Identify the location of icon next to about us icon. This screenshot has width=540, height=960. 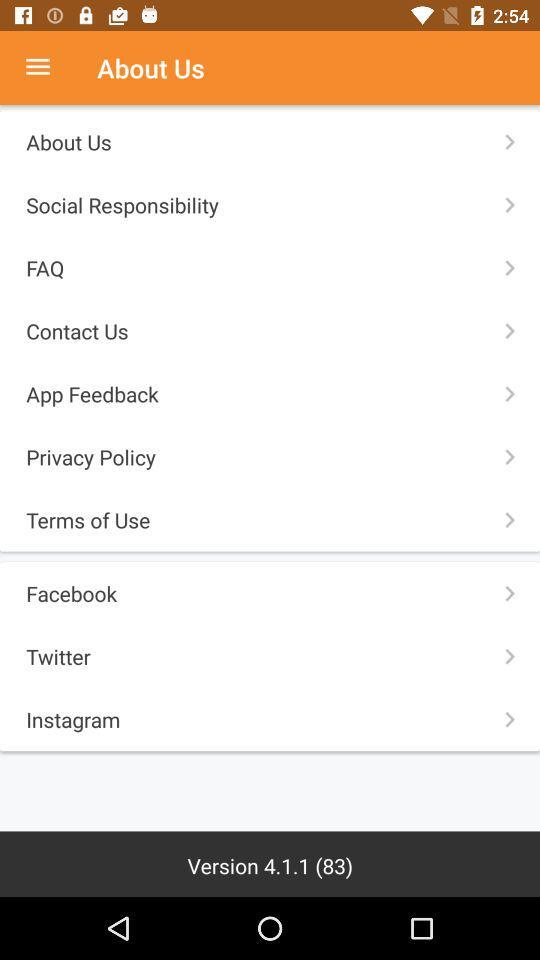
(48, 68).